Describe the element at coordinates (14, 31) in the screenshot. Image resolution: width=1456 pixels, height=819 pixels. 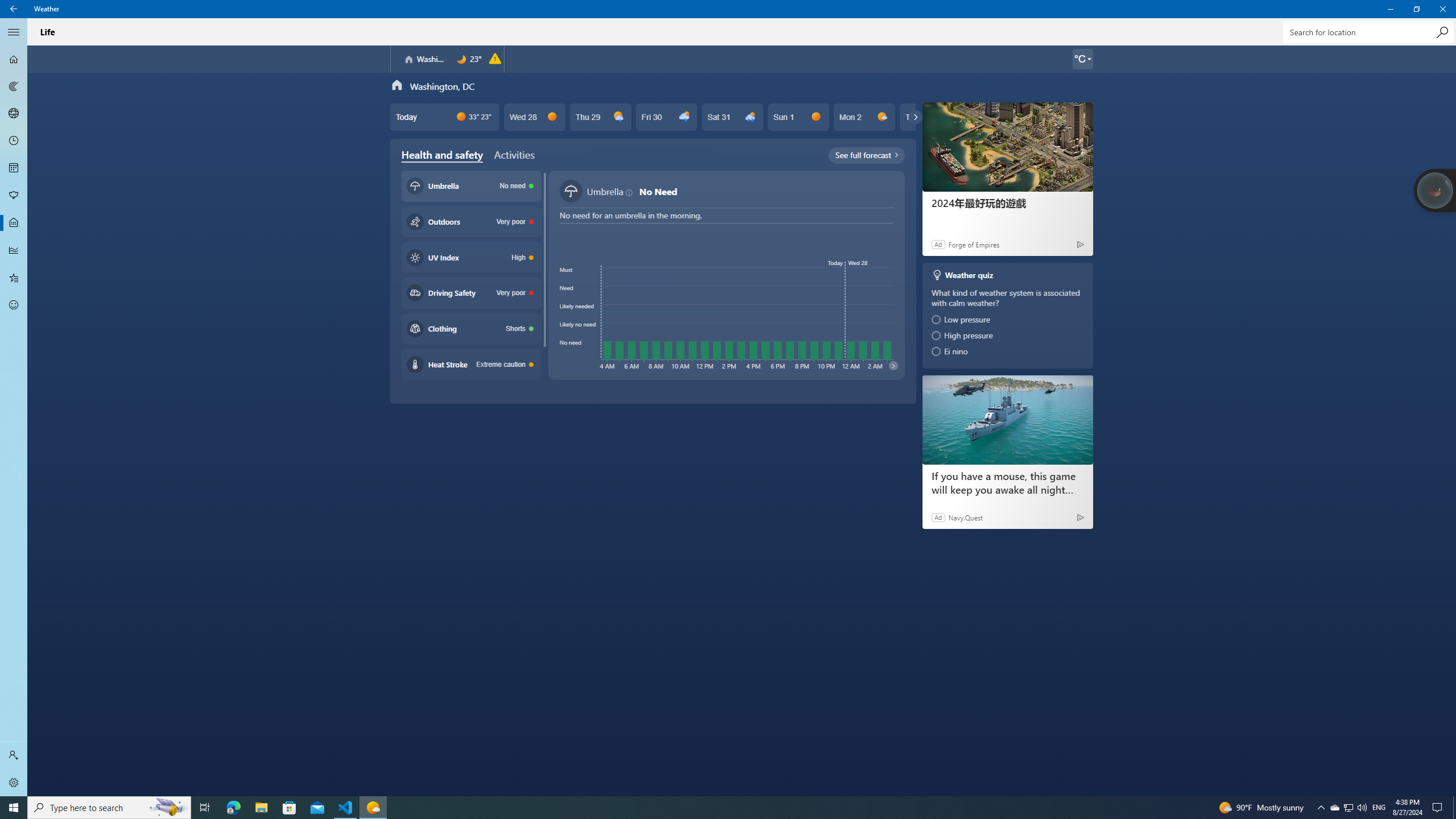
I see `'Collapse Navigation'` at that location.